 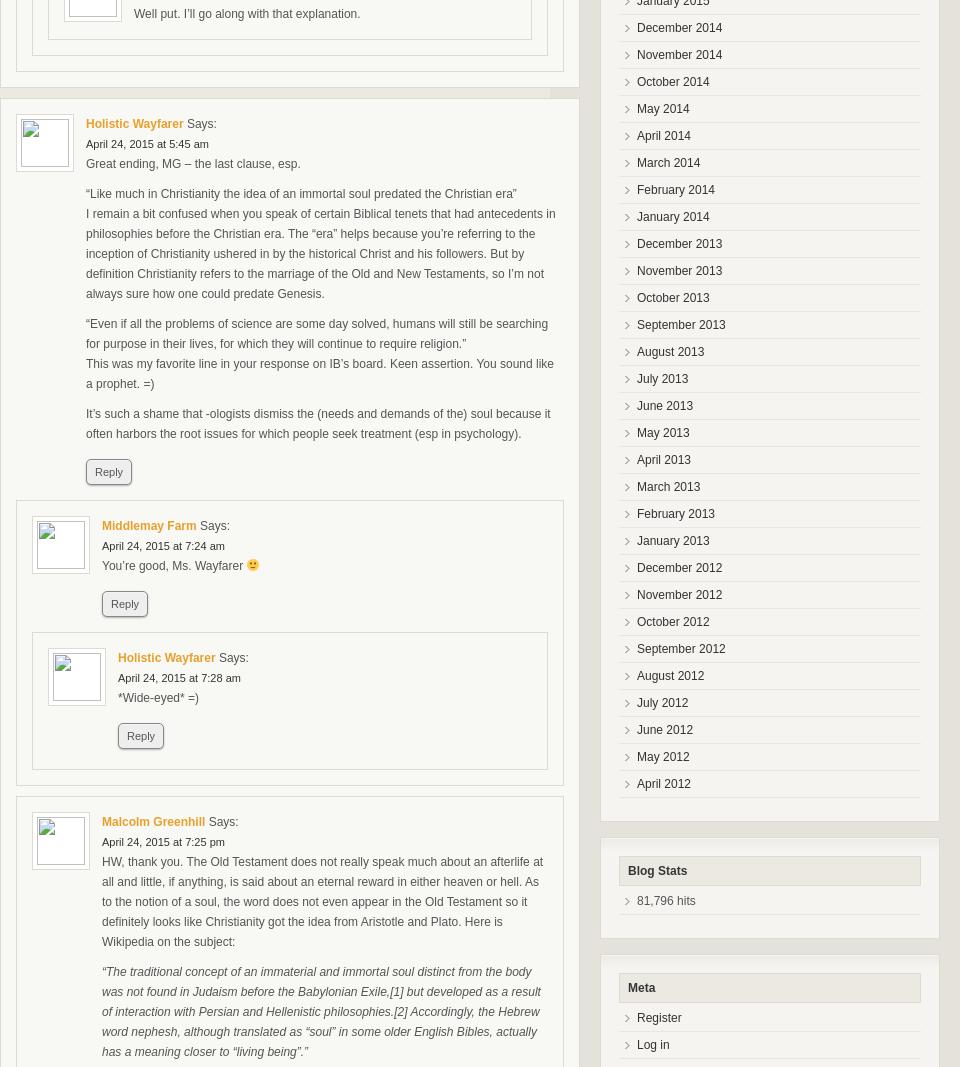 What do you see at coordinates (101, 902) in the screenshot?
I see `'HW, thank you. The Old Testament does not really speak much about an afterlife at all and little, if anything, is said about an eternal reward in either heaven or hell. As to the notion of a soul, the word does not even appear in the Old Testament so it definitely looks like Christianity got the idea from Aristotle and Plato. Here is Wikipedia on the subject:'` at bounding box center [101, 902].